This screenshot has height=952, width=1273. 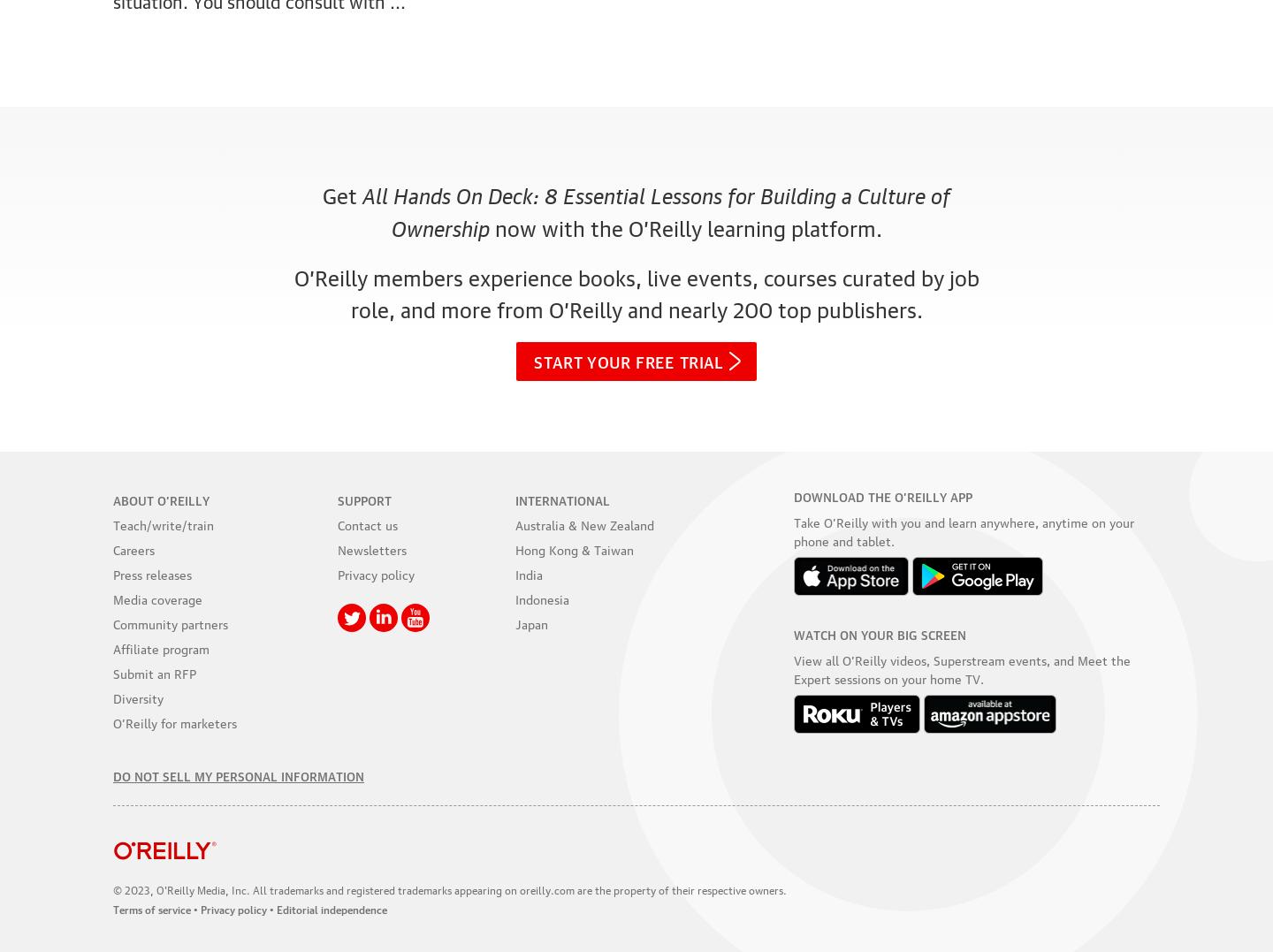 What do you see at coordinates (597, 225) in the screenshot?
I see `'now with the O’Reilly'` at bounding box center [597, 225].